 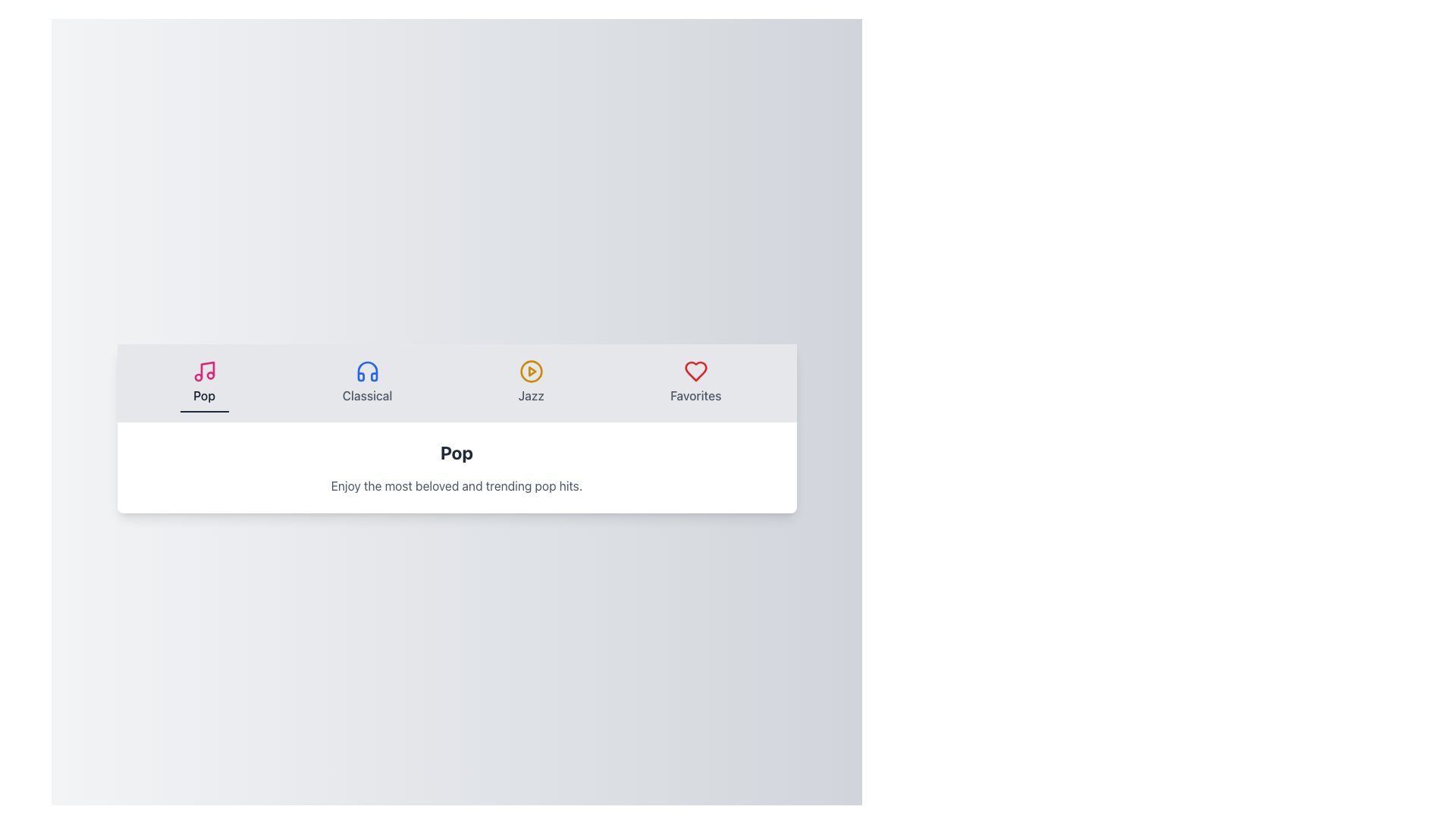 I want to click on the static text label that describes the favorites menu option, located below the heart icon in the top-right horizontal menu section, so click(x=695, y=394).